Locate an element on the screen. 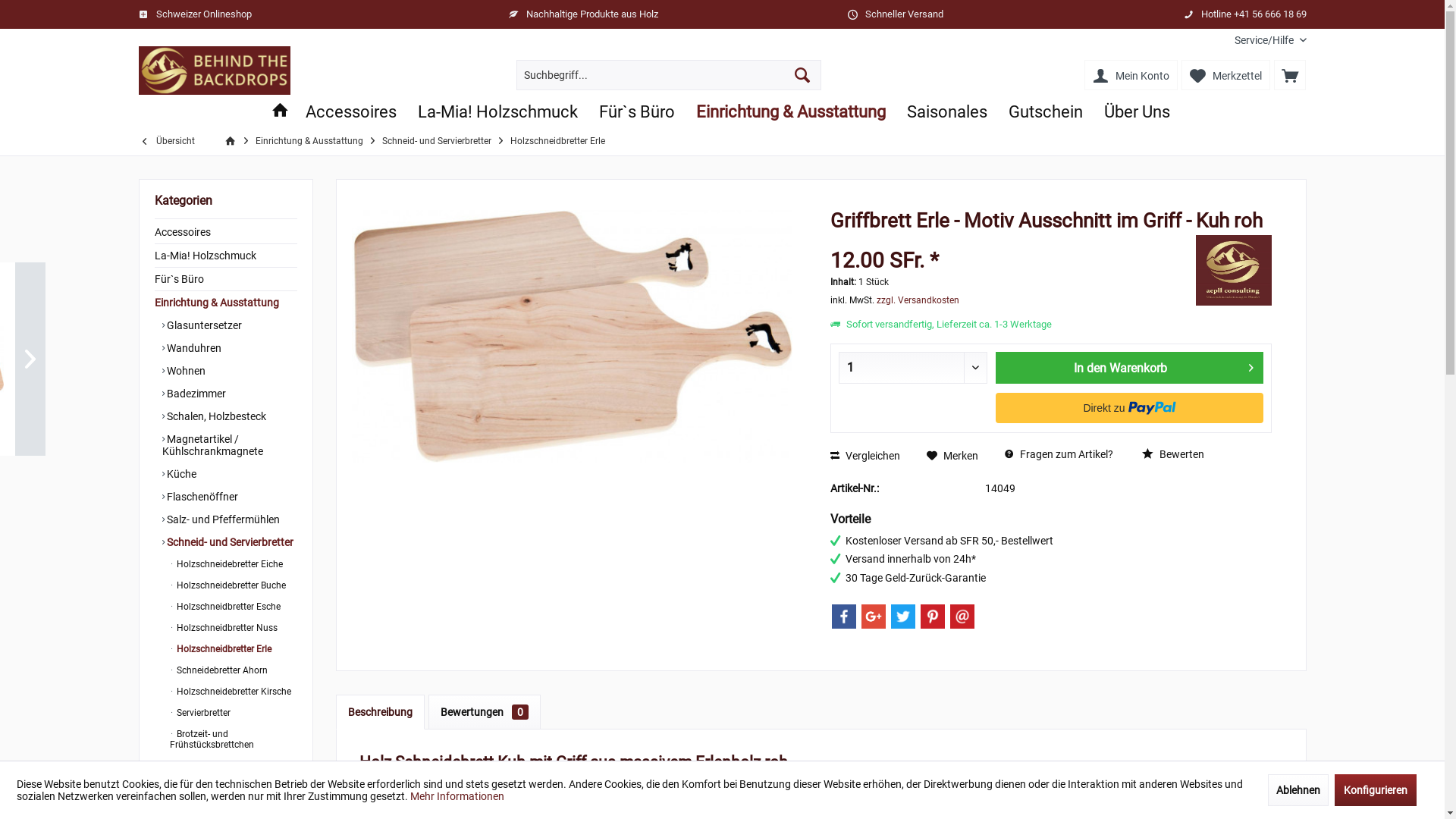 This screenshot has width=1456, height=819. 'Schneid- und Servierbretter' is located at coordinates (162, 541).